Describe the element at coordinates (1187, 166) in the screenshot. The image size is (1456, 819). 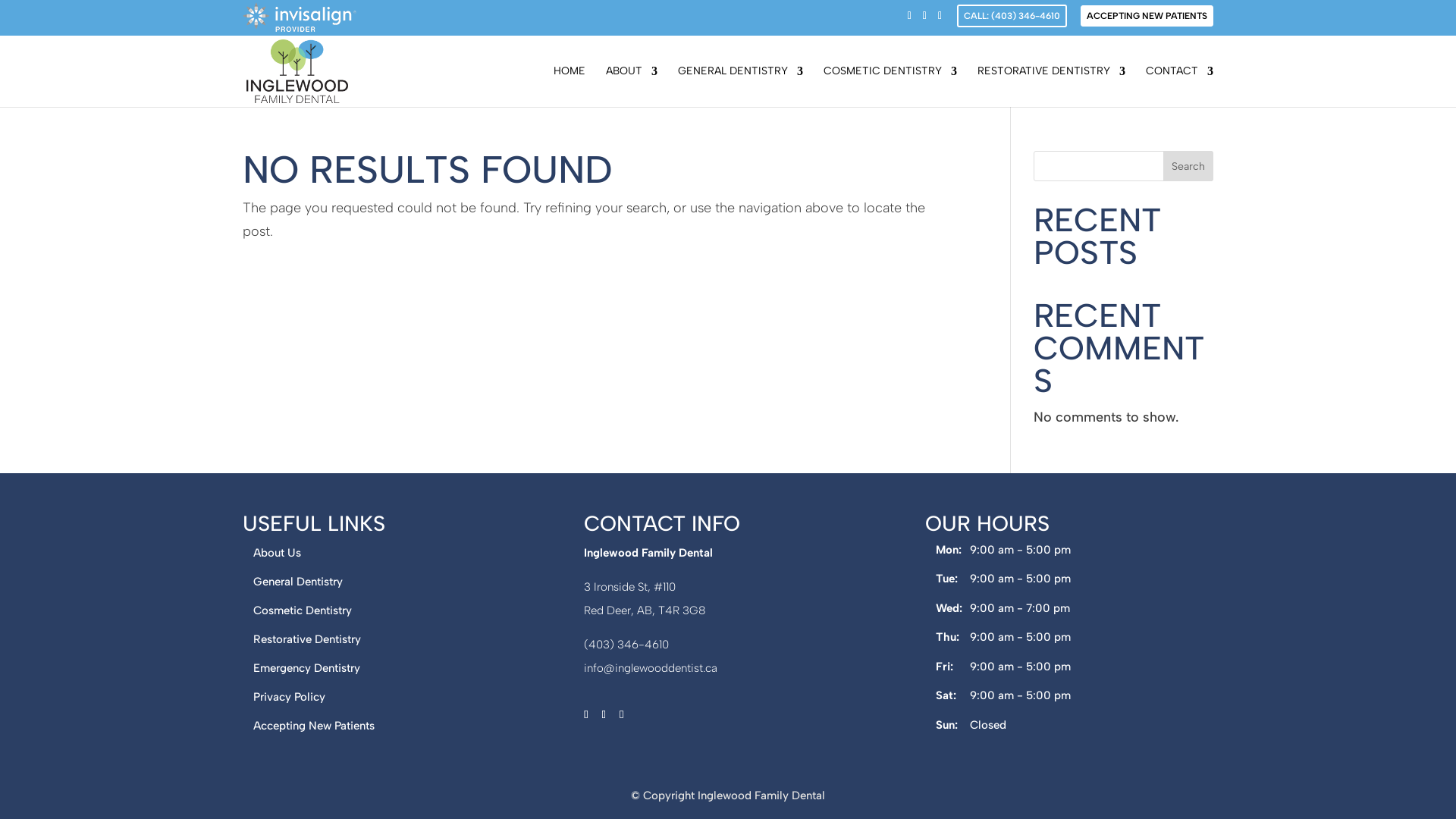
I see `'Search'` at that location.